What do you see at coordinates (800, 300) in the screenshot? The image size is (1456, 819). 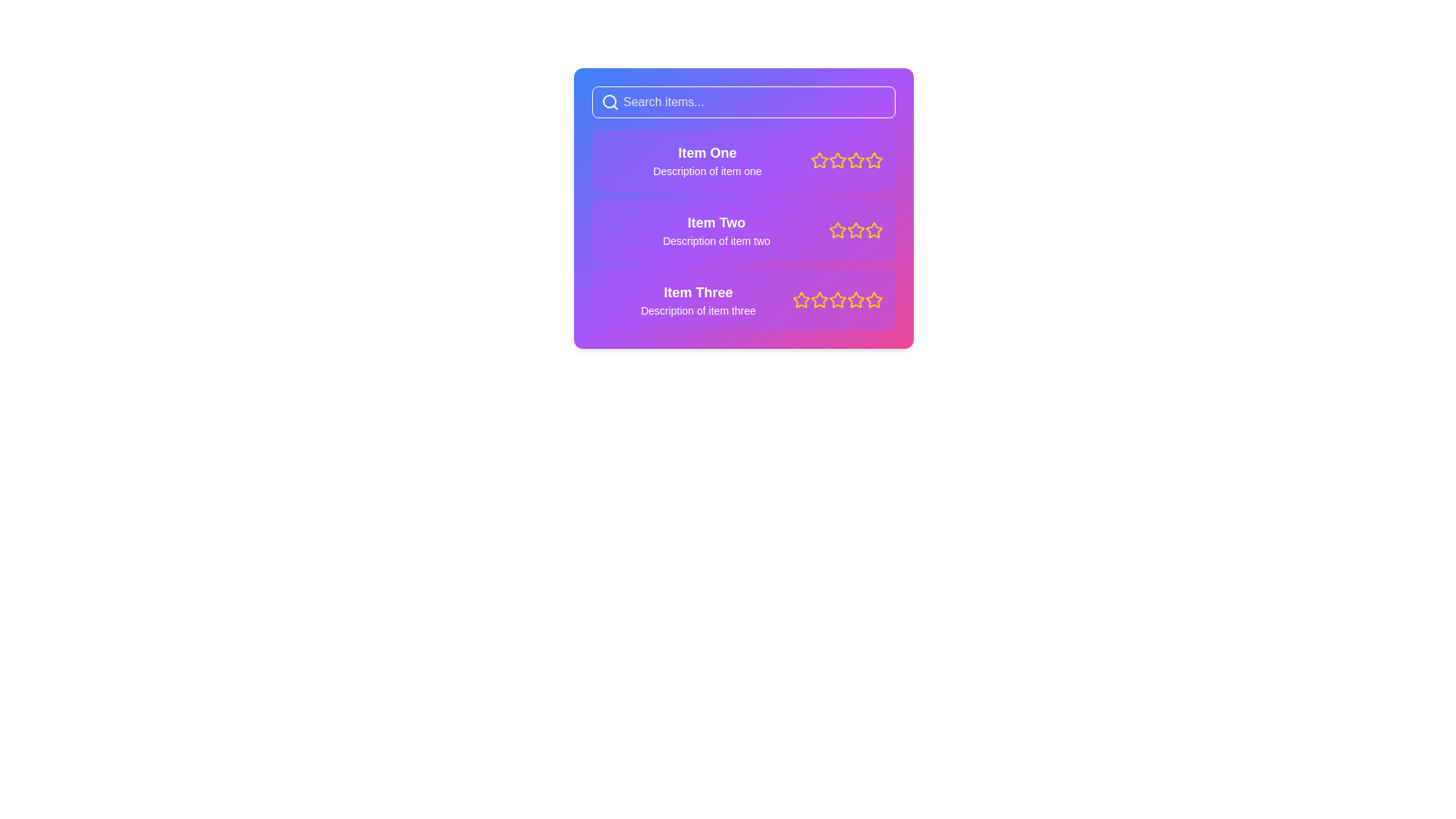 I see `the first star icon in the rating section for 'Item Three'` at bounding box center [800, 300].